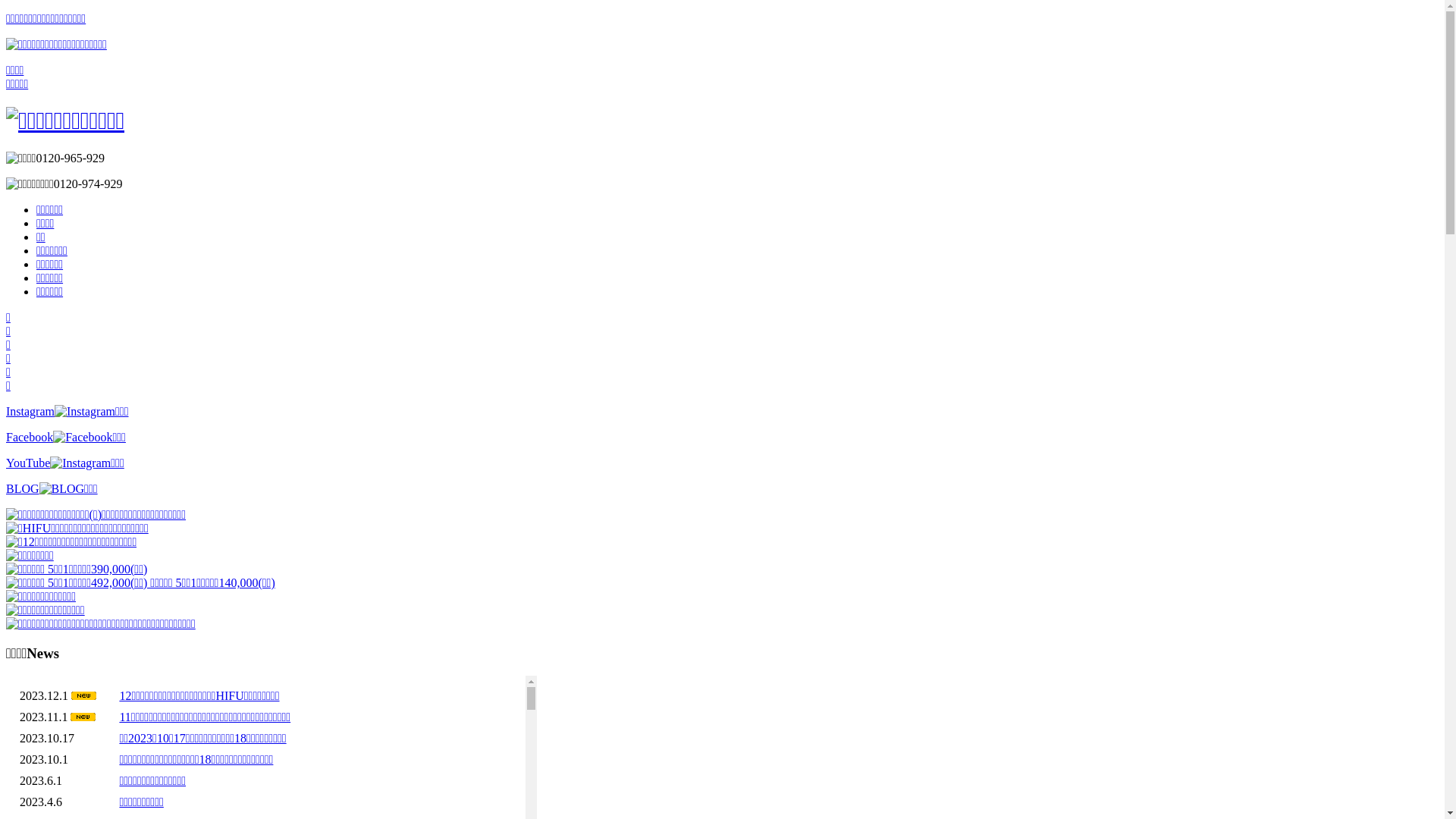 The image size is (1456, 819). I want to click on 'BLOG', so click(52, 488).